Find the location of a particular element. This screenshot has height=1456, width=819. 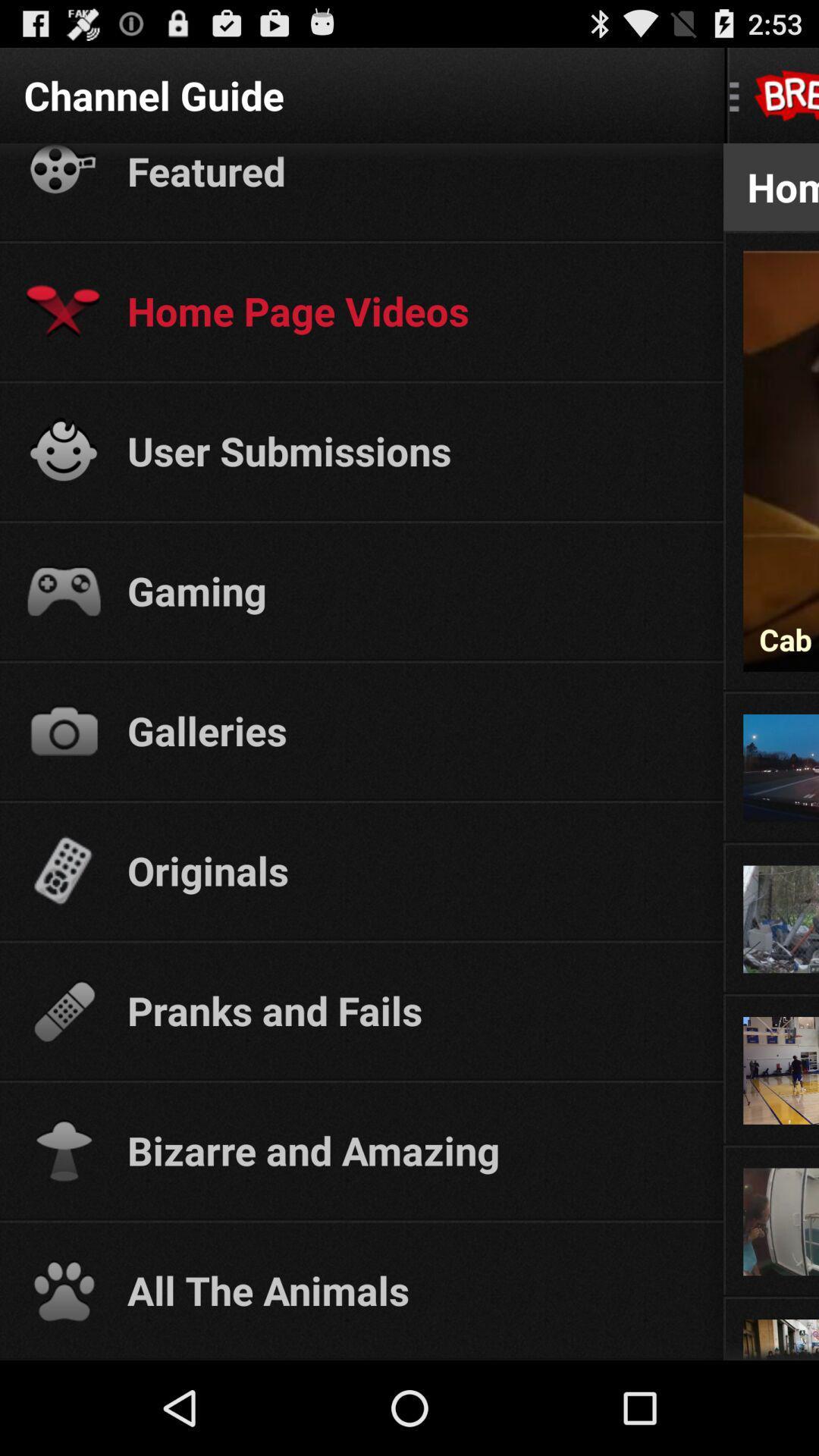

user submissions app is located at coordinates (411, 450).